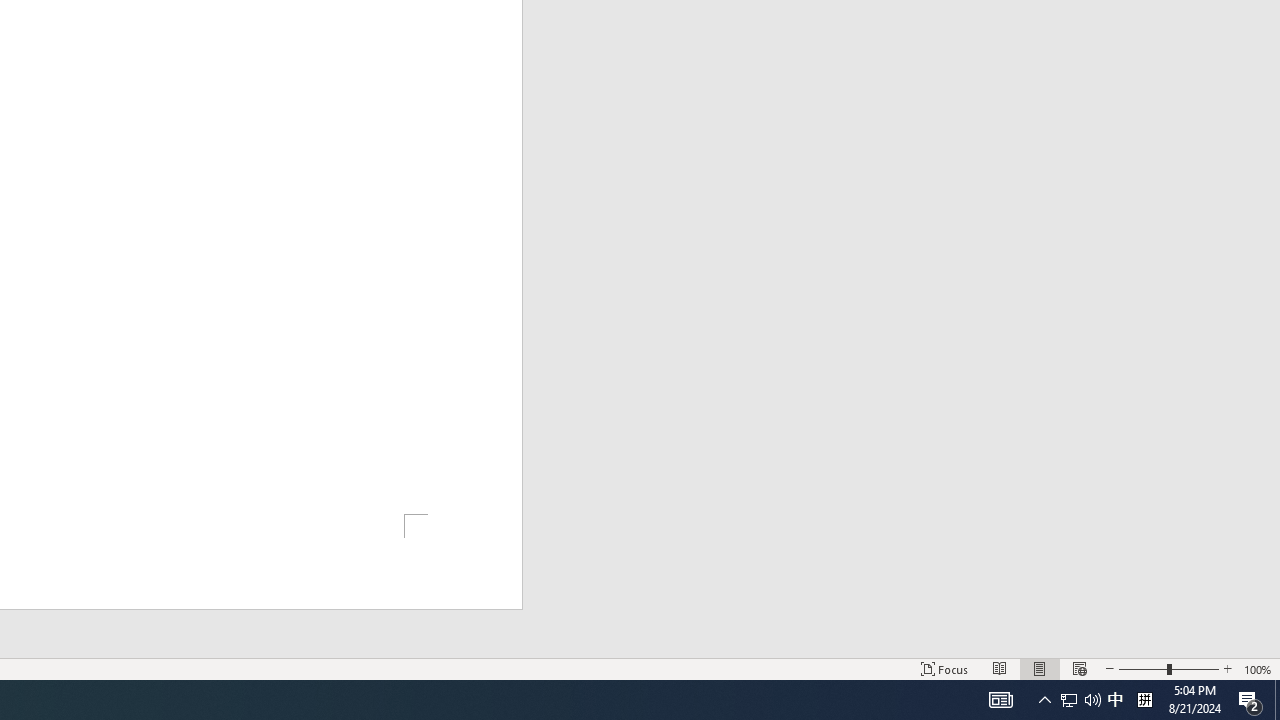  Describe the element at coordinates (1168, 669) in the screenshot. I see `'Zoom'` at that location.